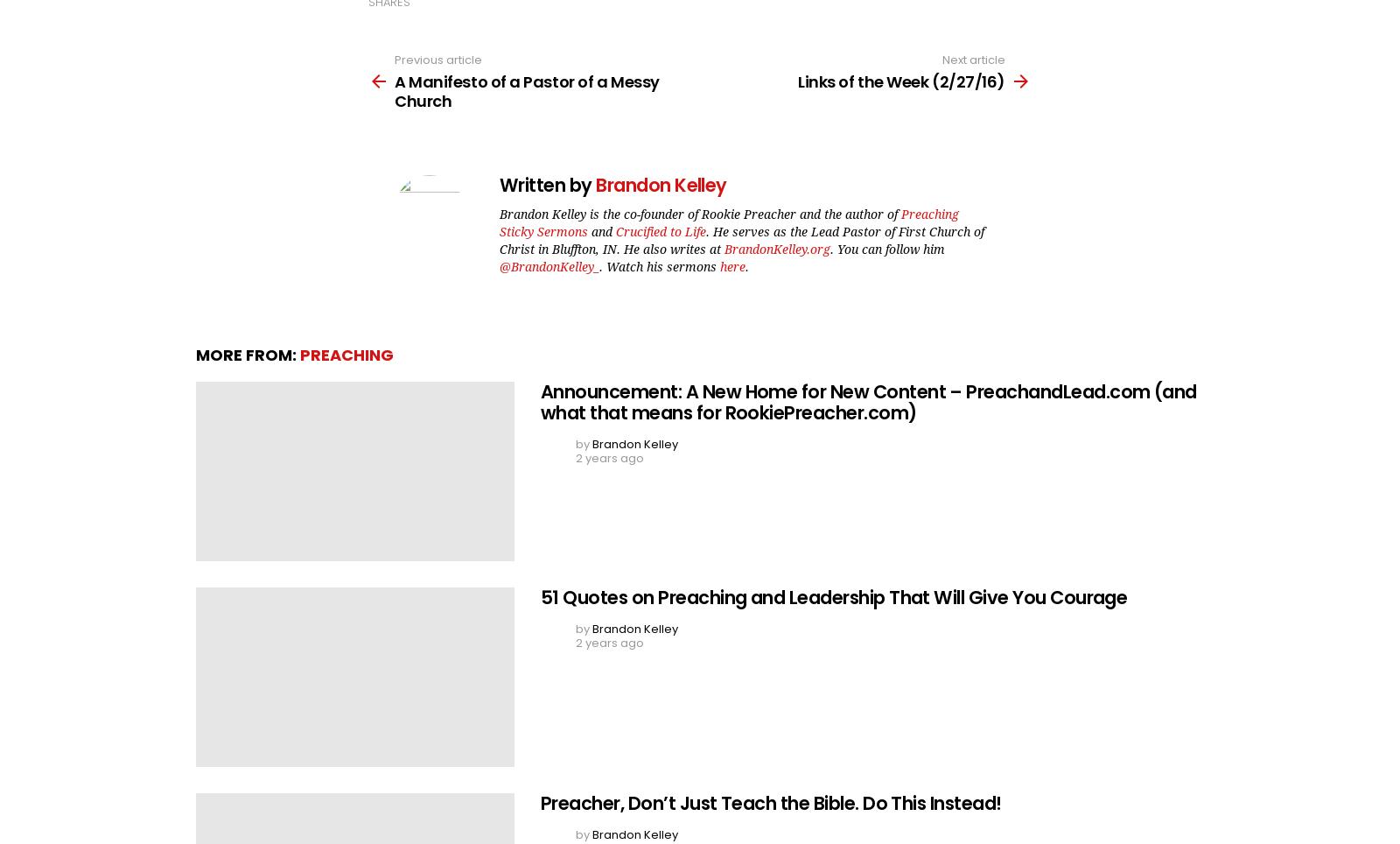 The image size is (1400, 844). What do you see at coordinates (661, 230) in the screenshot?
I see `'Crucified to Life'` at bounding box center [661, 230].